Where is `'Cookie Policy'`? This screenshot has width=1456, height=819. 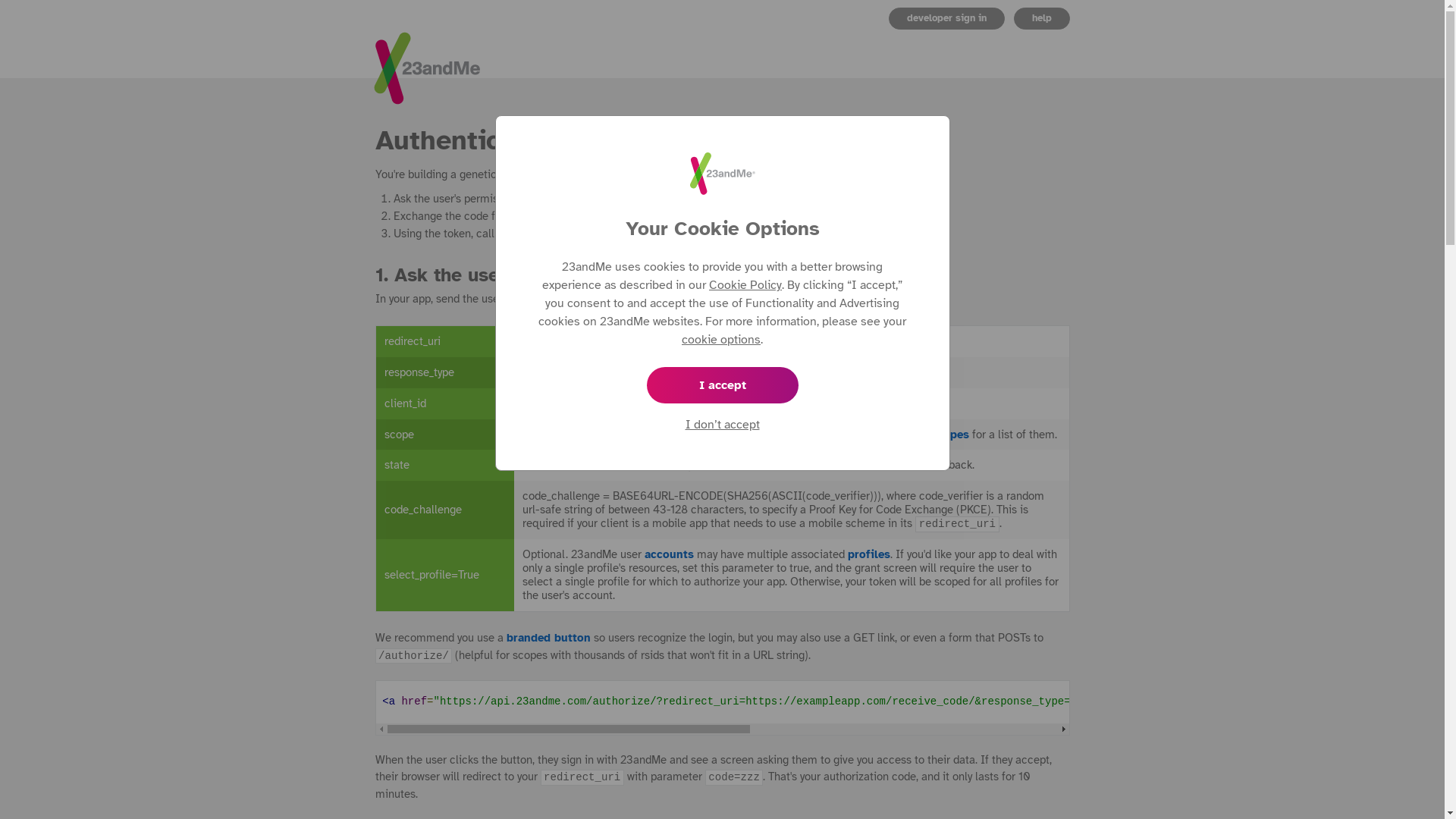
'Cookie Policy' is located at coordinates (745, 284).